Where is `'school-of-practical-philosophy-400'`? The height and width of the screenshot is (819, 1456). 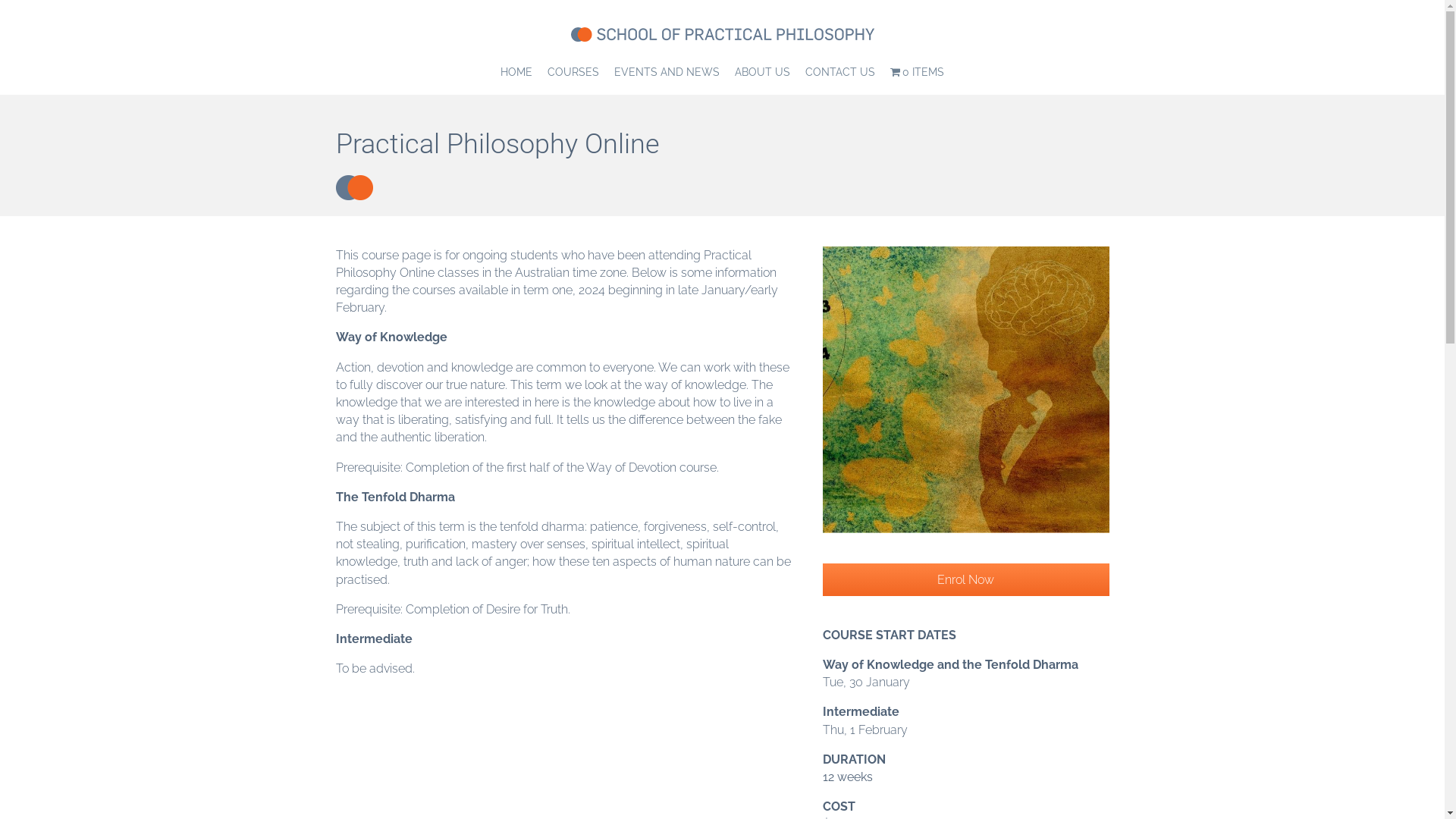
'school-of-practical-philosophy-400' is located at coordinates (720, 34).